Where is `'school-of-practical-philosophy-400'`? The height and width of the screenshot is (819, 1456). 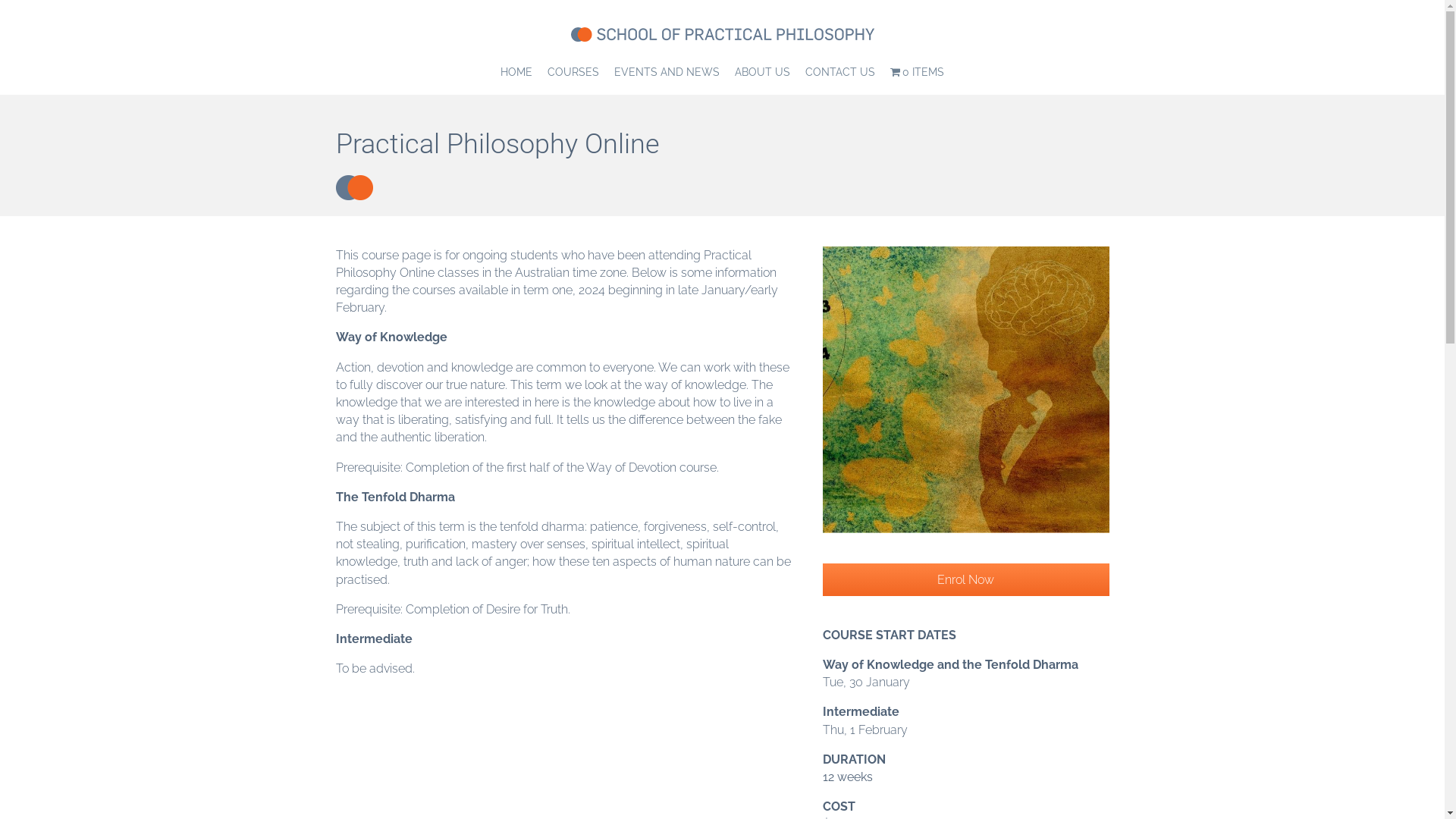
'school-of-practical-philosophy-400' is located at coordinates (720, 34).